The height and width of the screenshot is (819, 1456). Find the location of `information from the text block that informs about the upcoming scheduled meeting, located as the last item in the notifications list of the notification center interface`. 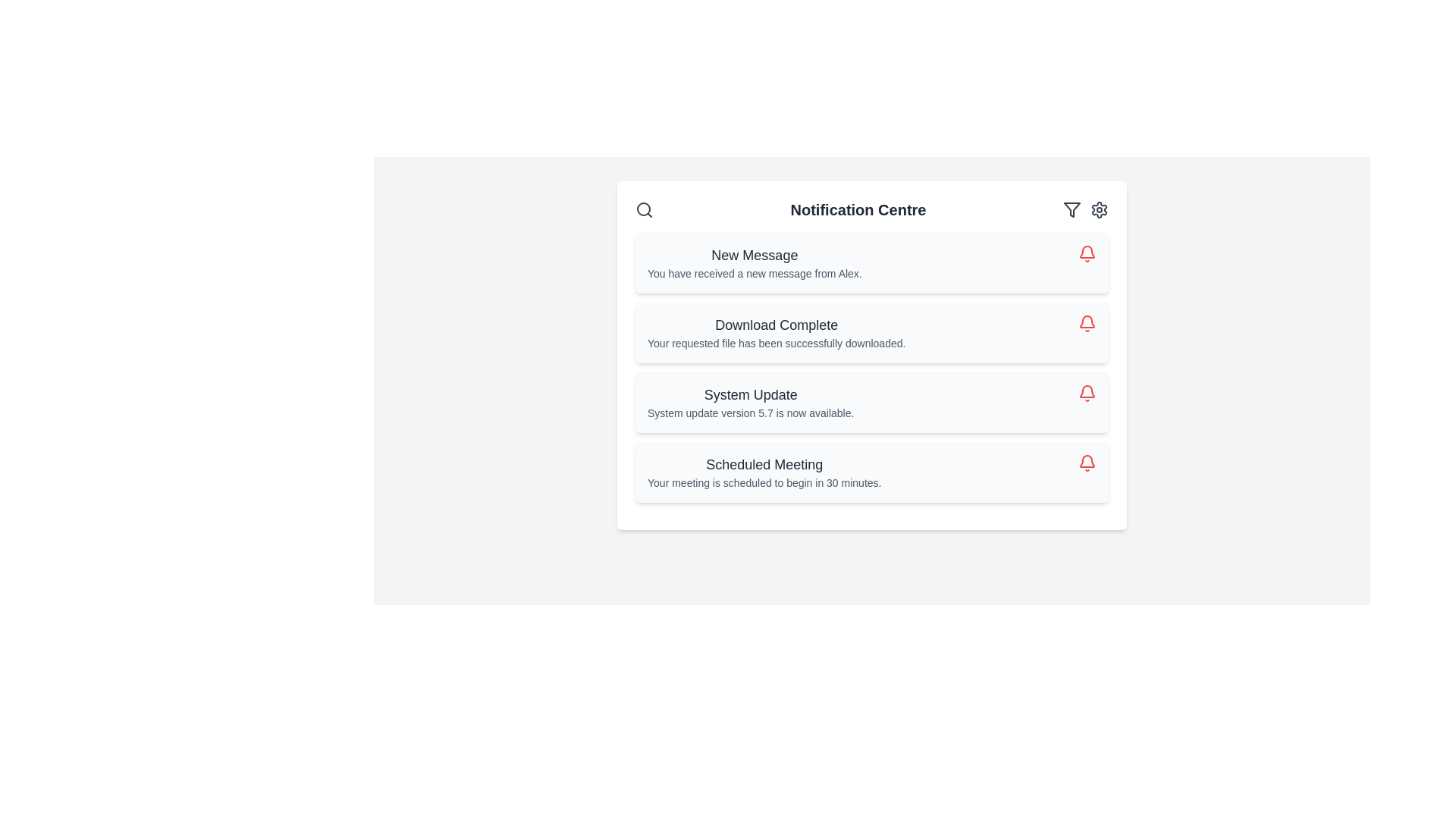

information from the text block that informs about the upcoming scheduled meeting, located as the last item in the notifications list of the notification center interface is located at coordinates (764, 472).